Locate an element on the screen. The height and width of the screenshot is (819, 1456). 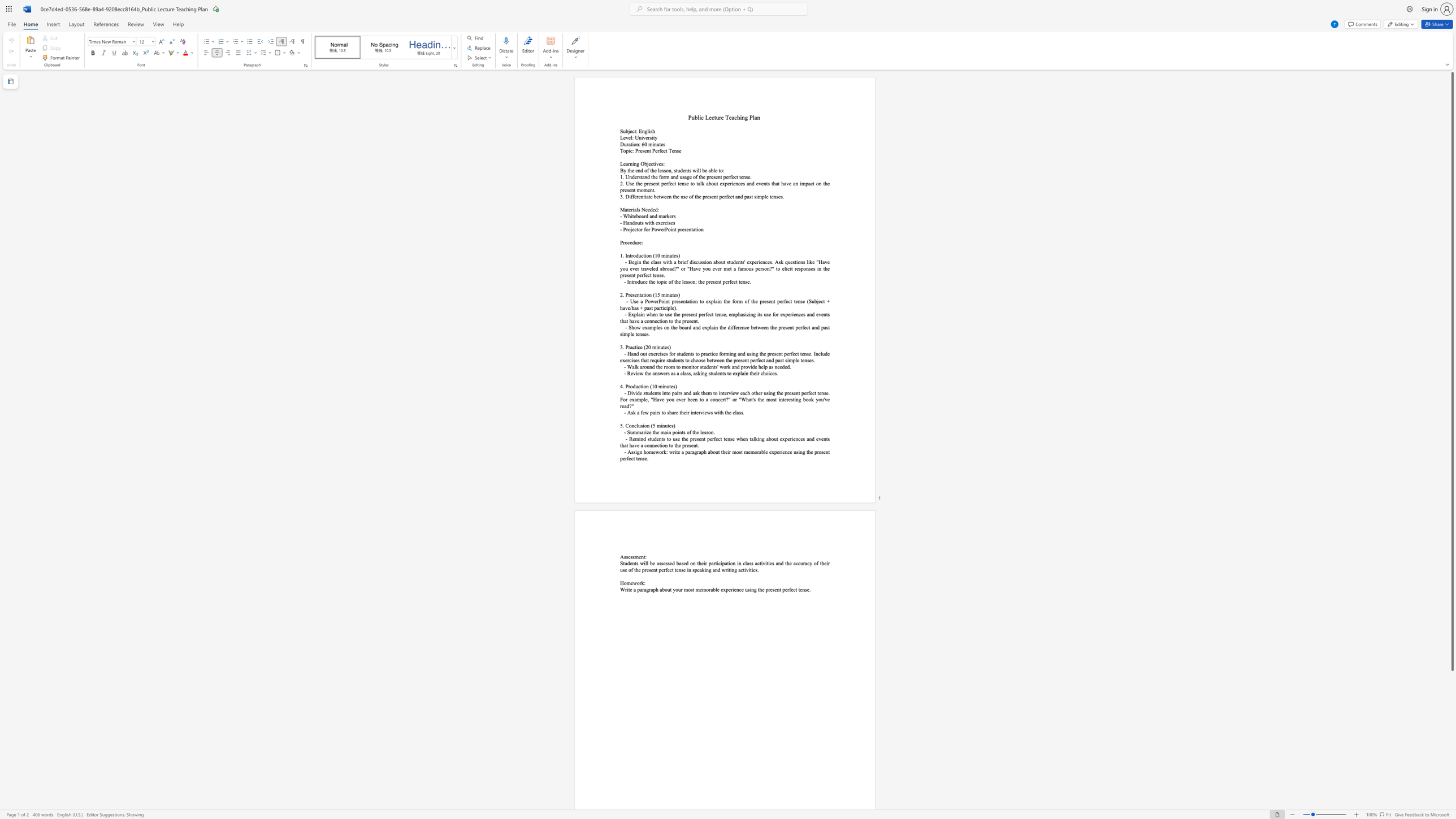
the subset text "fect a" within the text "- Show examples on the board and explain the difference between the present perfect and past simple tenses." is located at coordinates (802, 327).